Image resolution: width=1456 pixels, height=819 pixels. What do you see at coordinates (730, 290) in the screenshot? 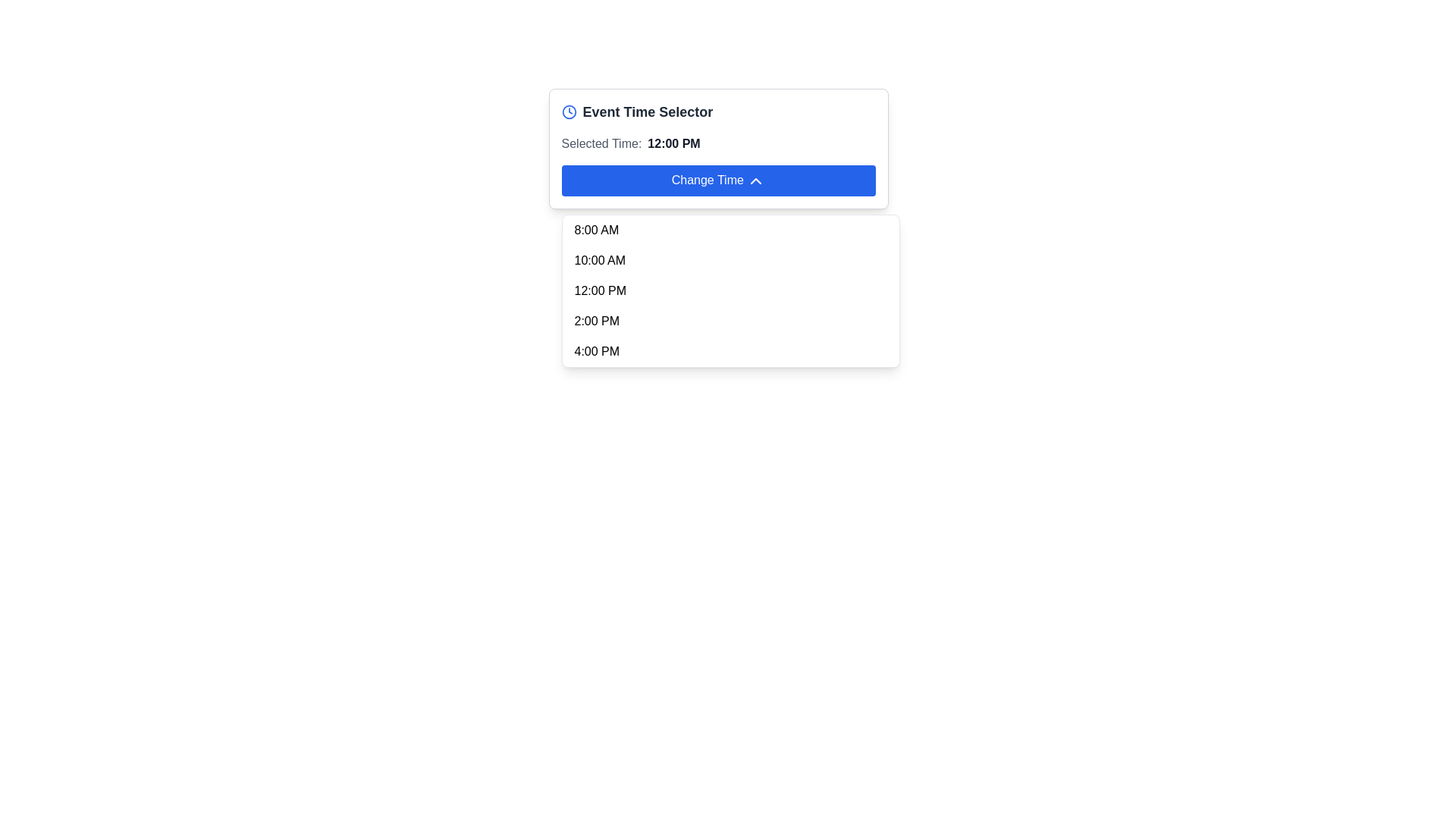
I see `a listed time in the dropdown menu located below the 'Change Time' button in the 'Event Time Selector' dialog box` at bounding box center [730, 290].